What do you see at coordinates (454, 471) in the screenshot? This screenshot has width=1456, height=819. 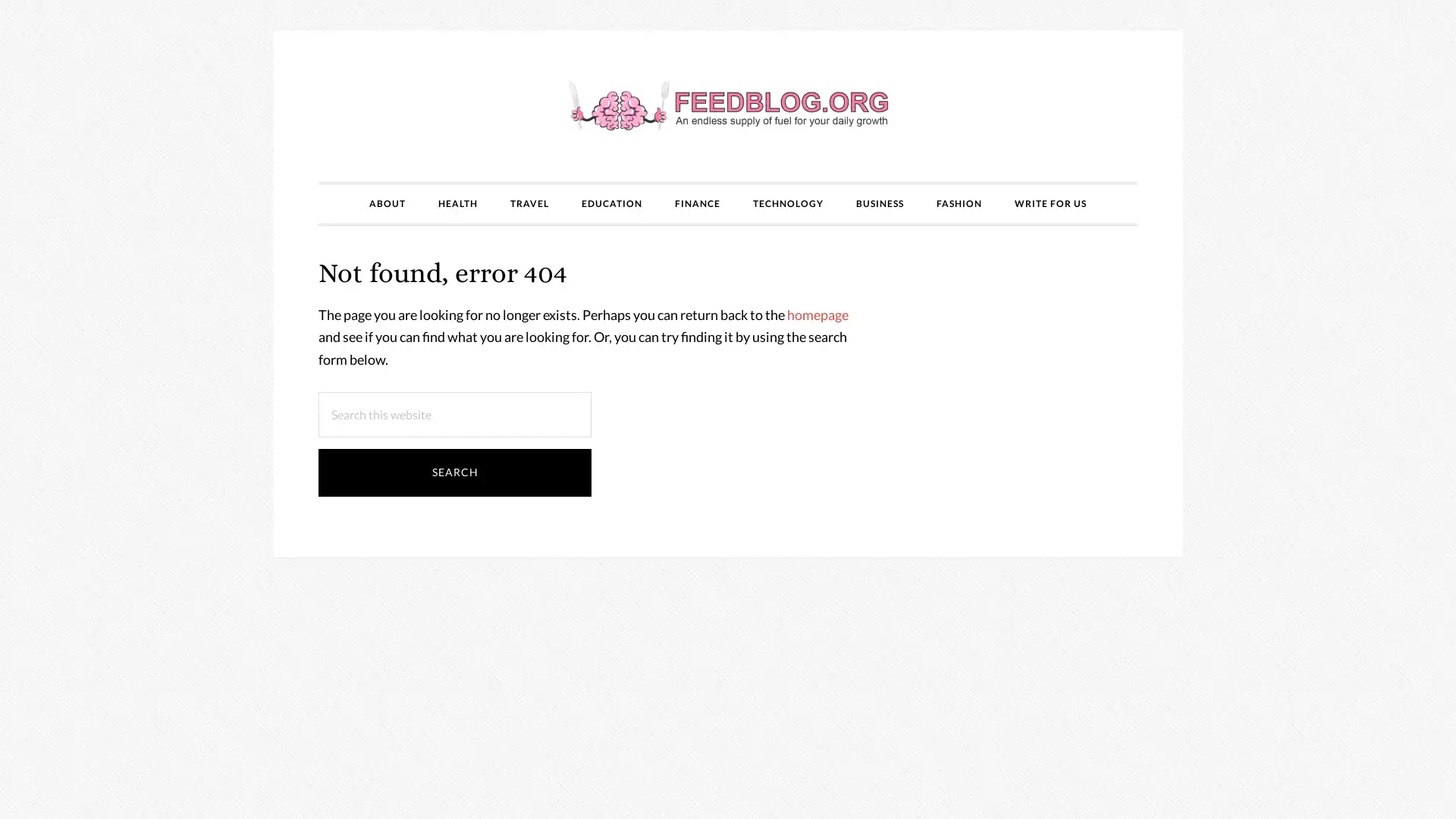 I see `Search` at bounding box center [454, 471].